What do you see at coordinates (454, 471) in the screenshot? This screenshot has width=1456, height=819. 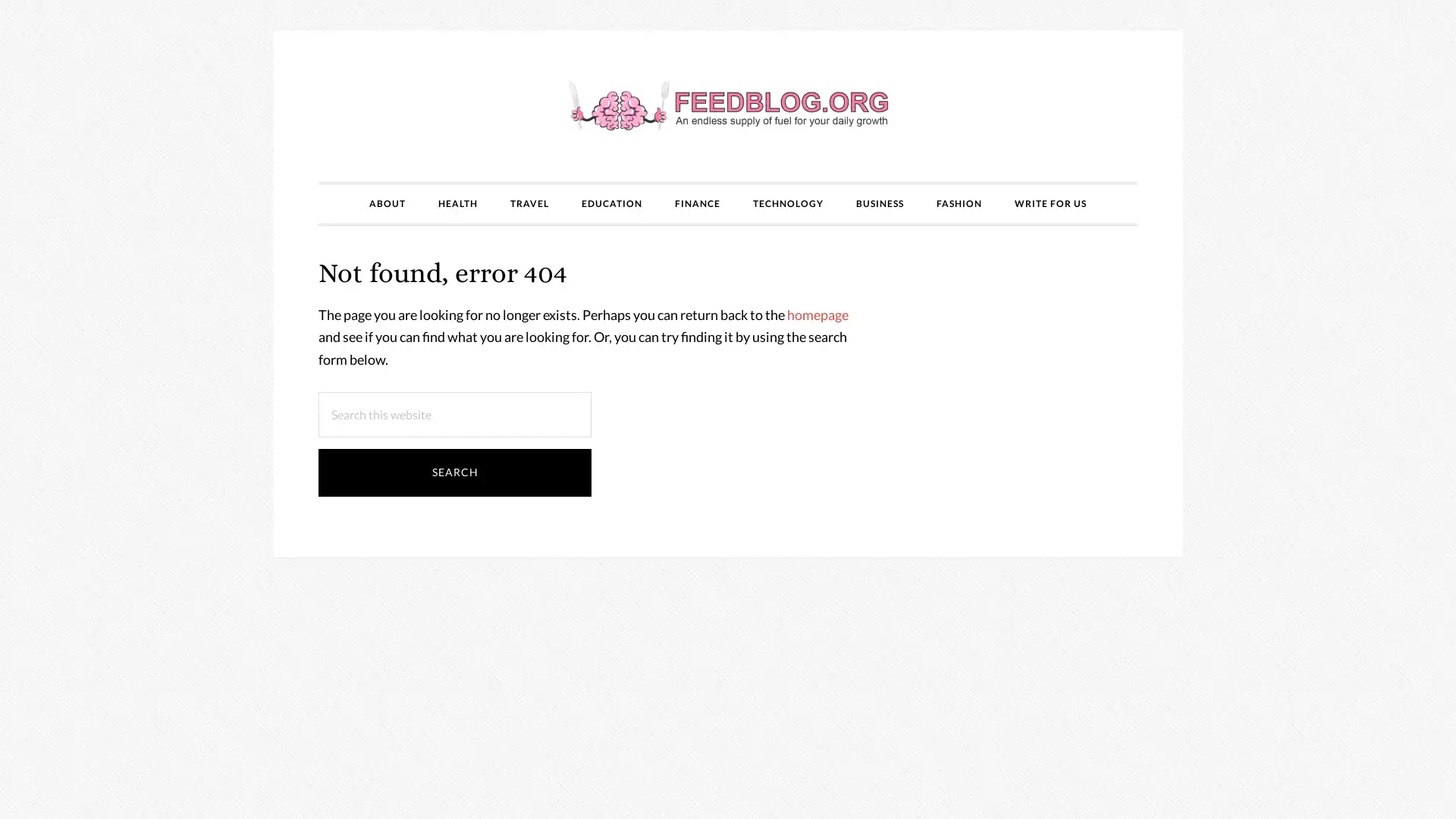 I see `Search` at bounding box center [454, 471].